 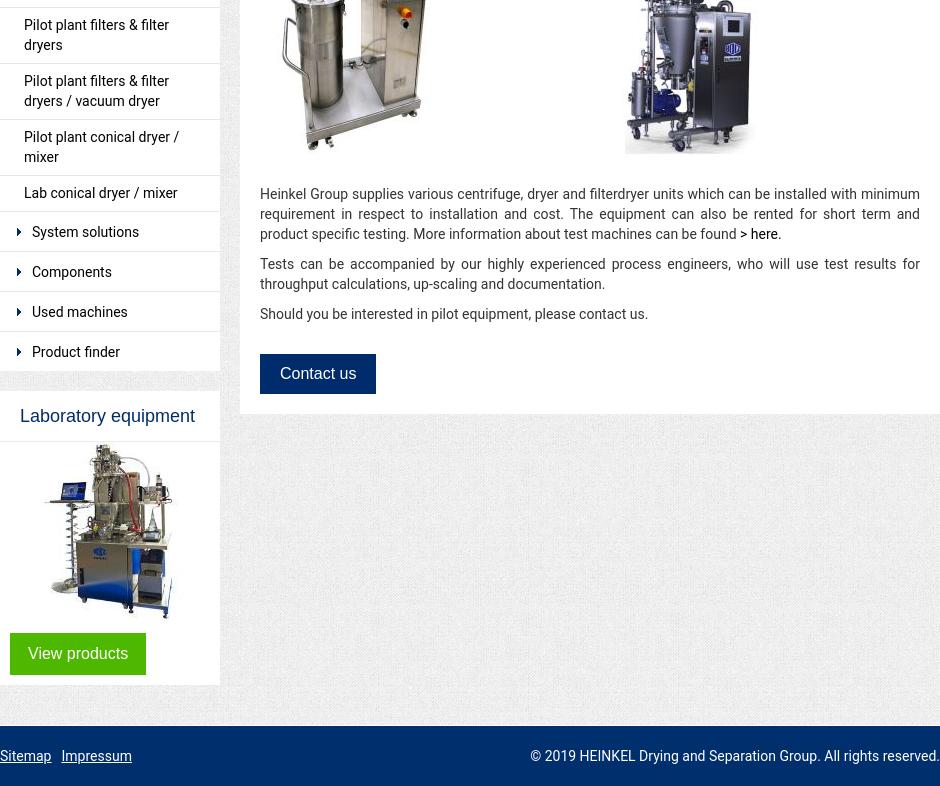 What do you see at coordinates (101, 145) in the screenshot?
I see `'Pilot plant conical dryer / mixer'` at bounding box center [101, 145].